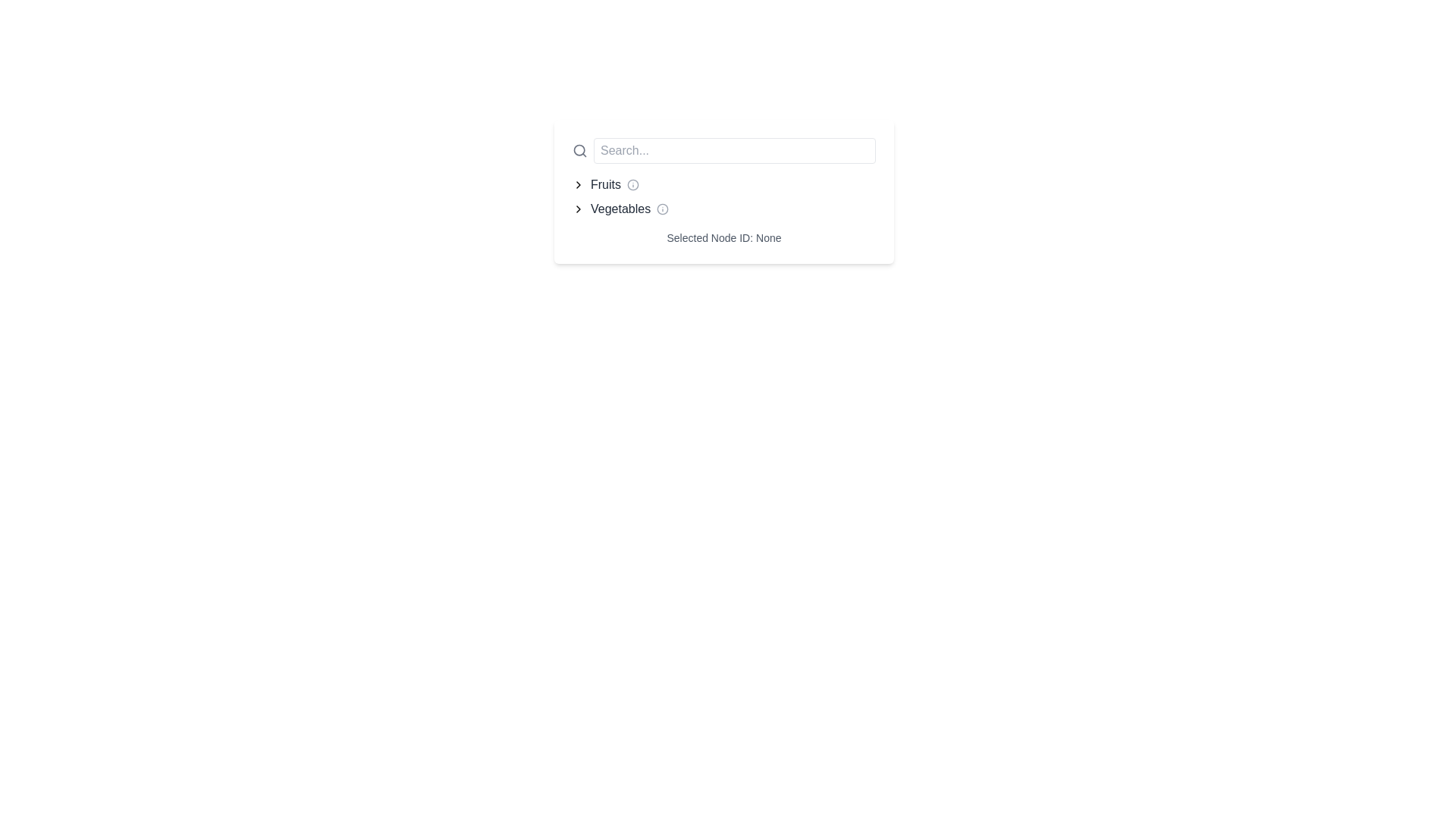 The image size is (1456, 819). I want to click on the 'Fruits' or 'Vegetables' category names in the navigational list, so click(723, 196).